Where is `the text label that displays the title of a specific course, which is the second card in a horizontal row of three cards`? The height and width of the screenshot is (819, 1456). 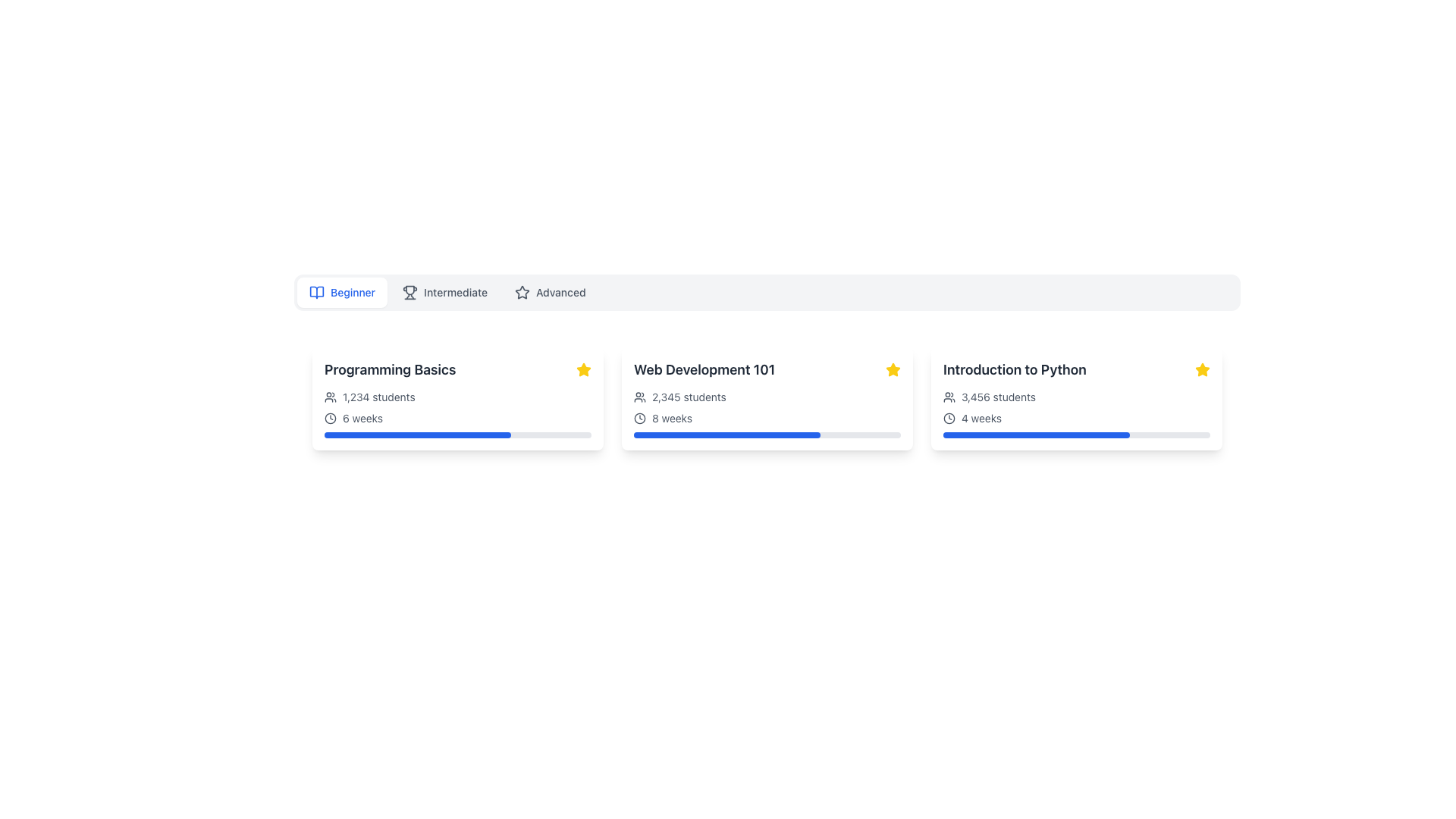 the text label that displays the title of a specific course, which is the second card in a horizontal row of three cards is located at coordinates (767, 370).